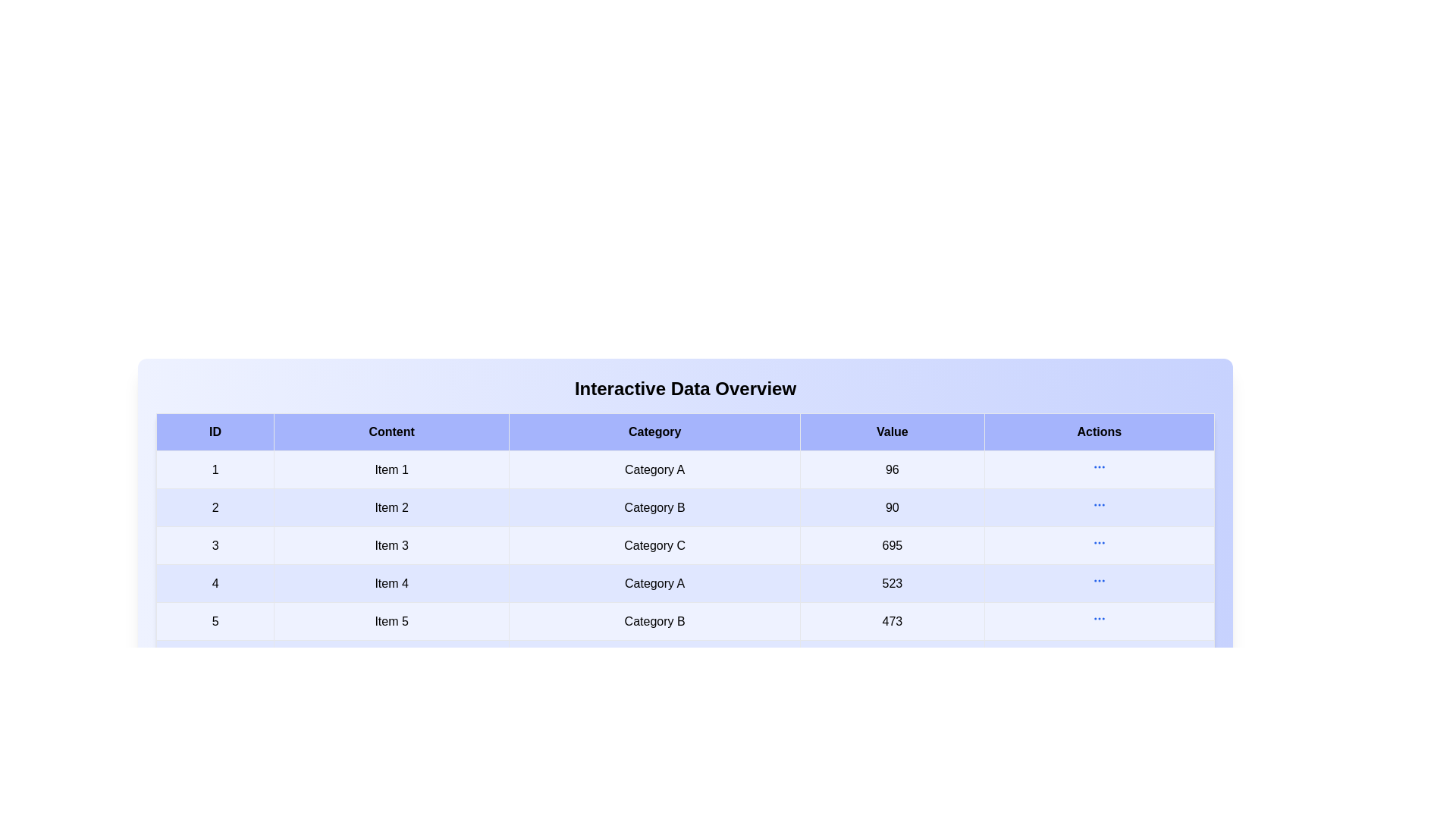  Describe the element at coordinates (1099, 619) in the screenshot. I see `action button in row 5 to view additional details` at that location.